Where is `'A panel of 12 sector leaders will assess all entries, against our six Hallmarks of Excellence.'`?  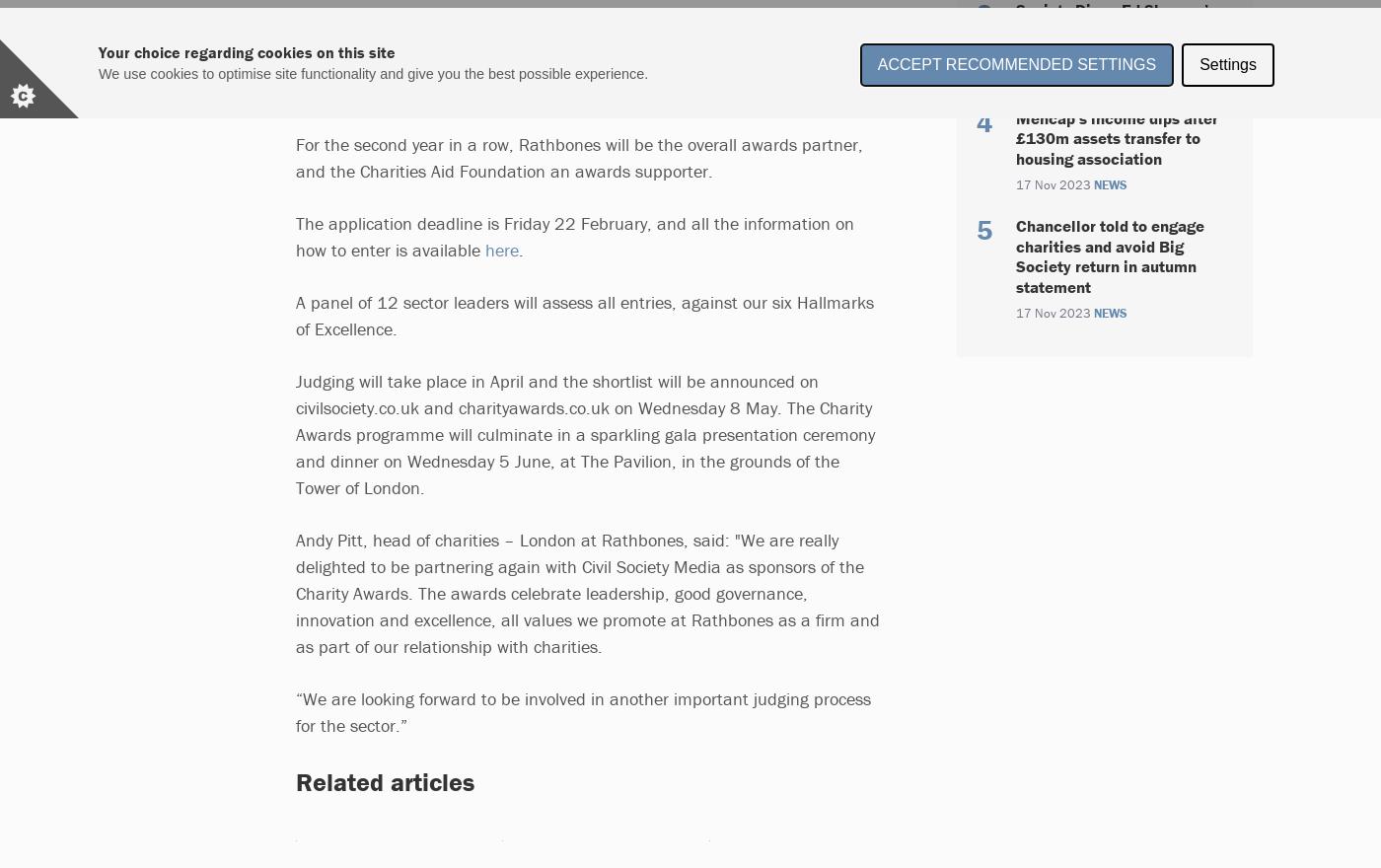
'A panel of 12 sector leaders will assess all entries, against our six Hallmarks of Excellence.' is located at coordinates (585, 314).